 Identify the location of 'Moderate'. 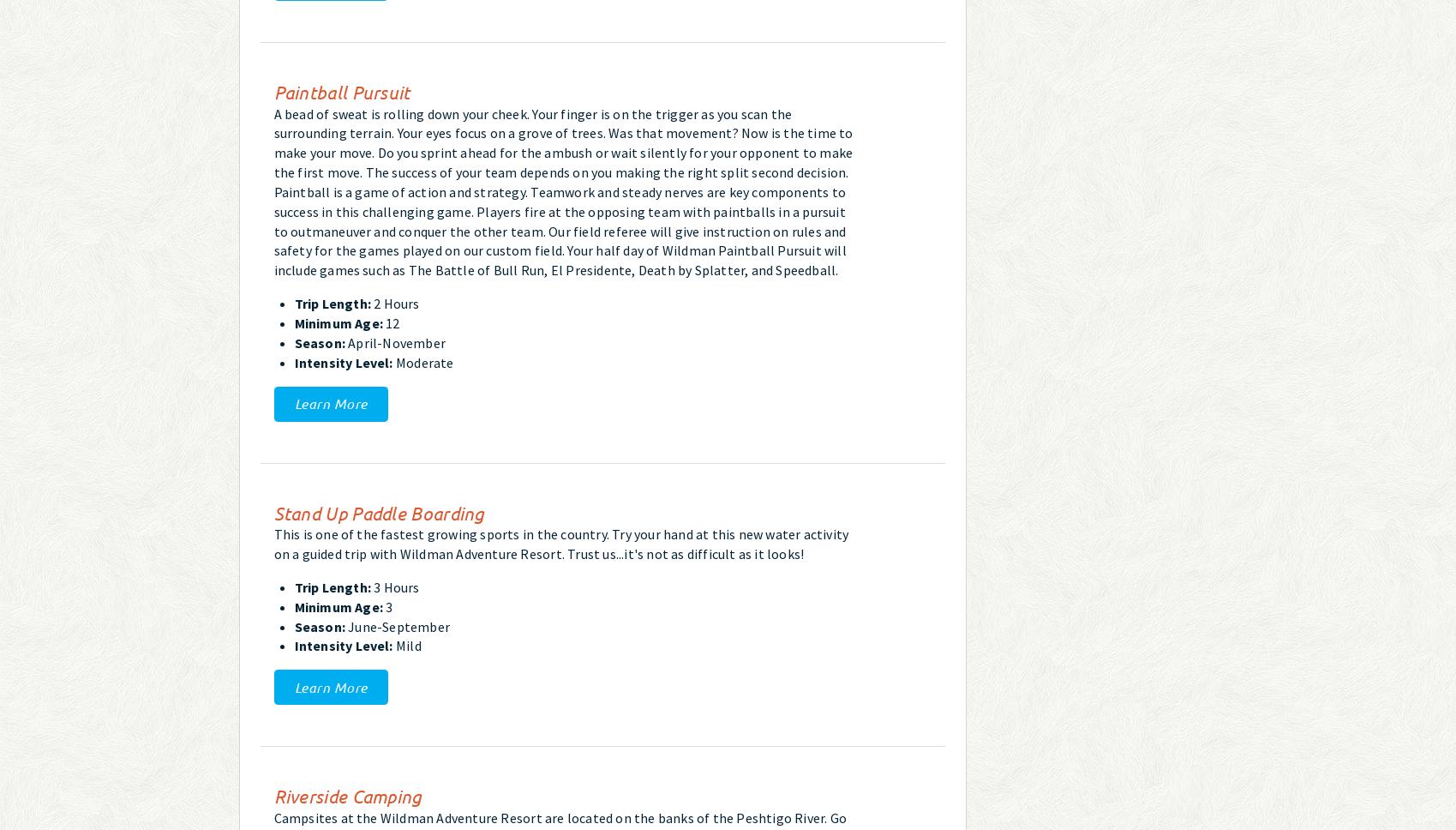
(422, 362).